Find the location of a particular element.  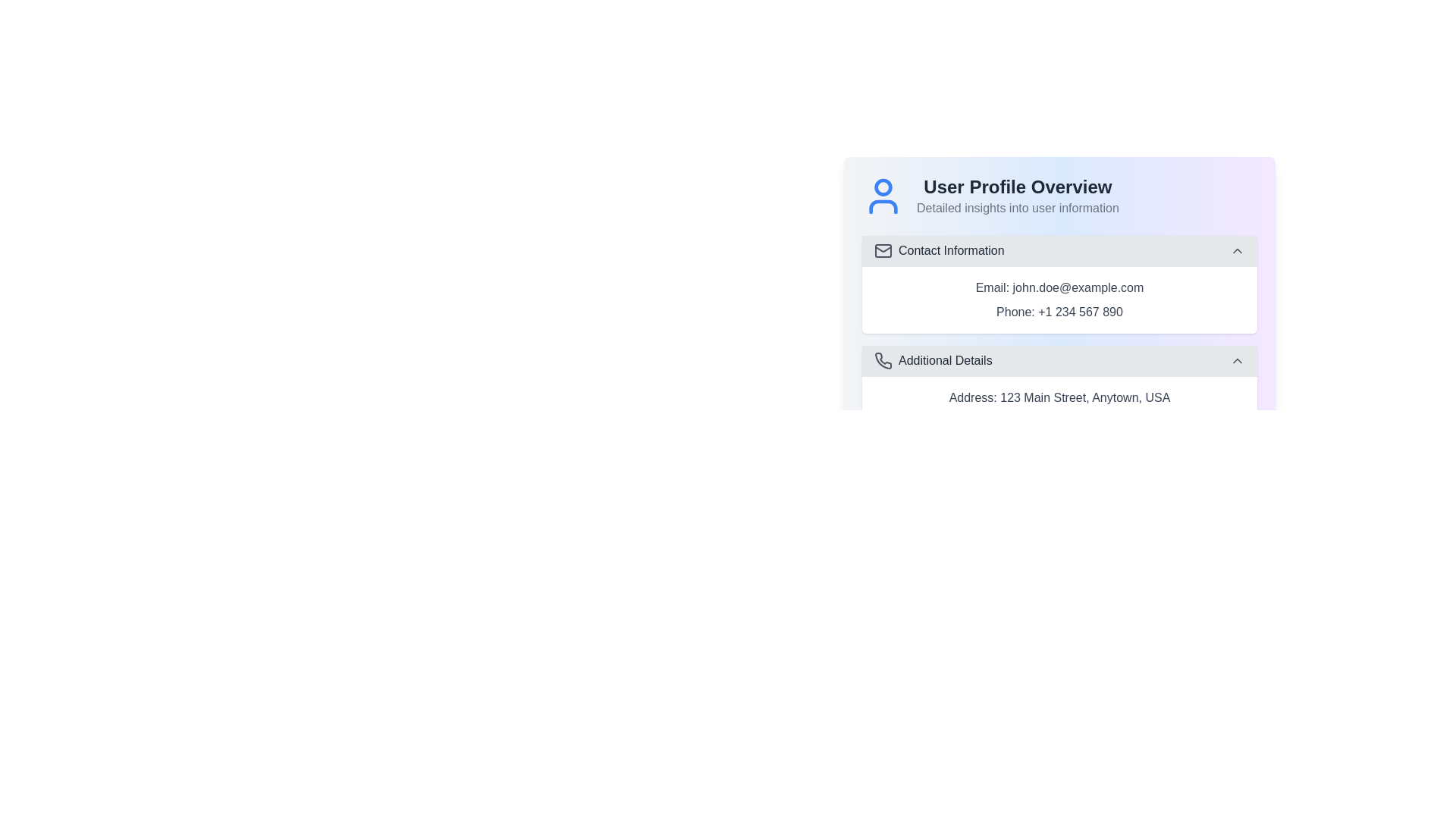

the upward-pointing gray chevron icon located at the far right side of the 'Additional Details' section header is located at coordinates (1238, 360).